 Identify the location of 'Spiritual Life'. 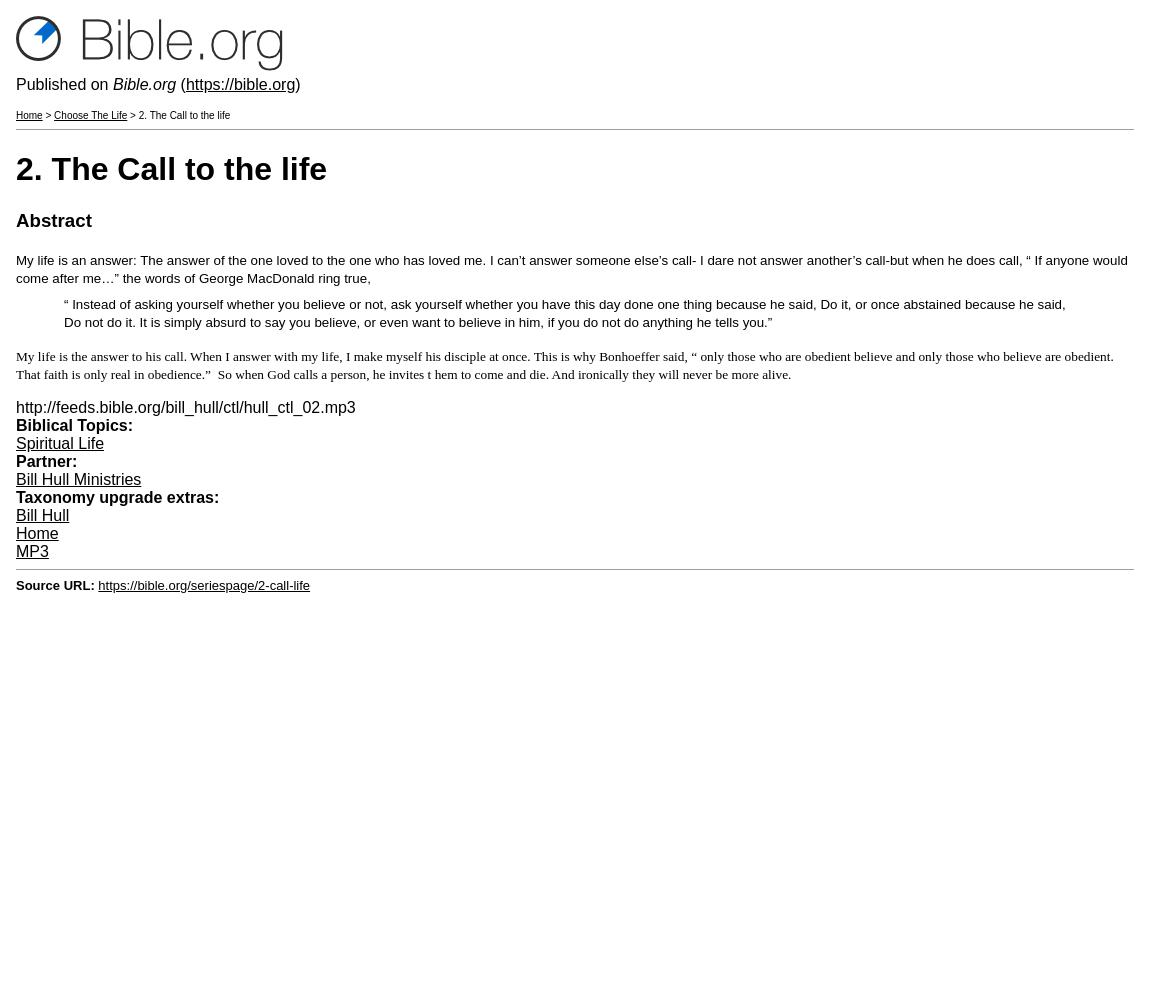
(59, 441).